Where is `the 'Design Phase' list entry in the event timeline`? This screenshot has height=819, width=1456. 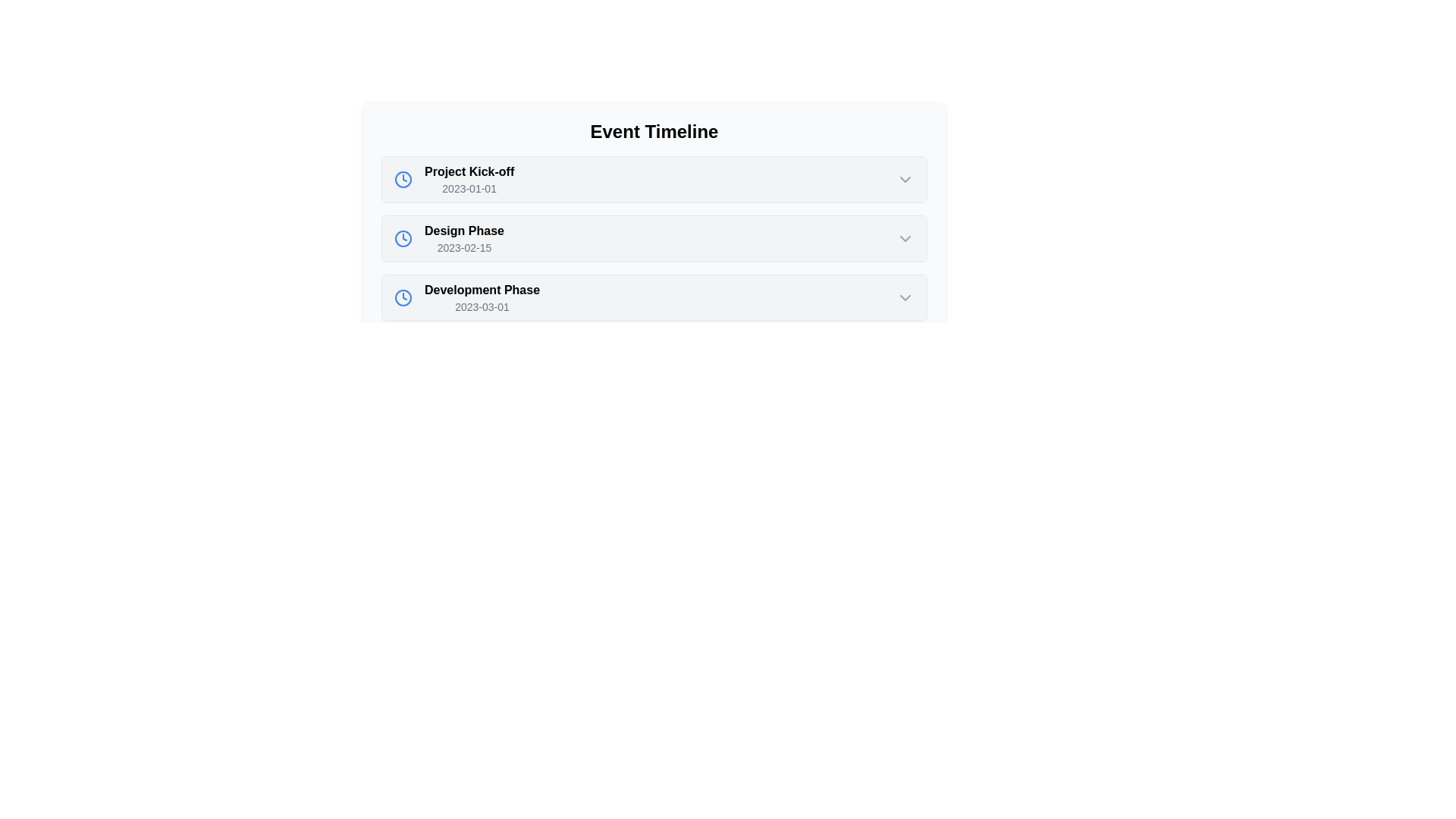 the 'Design Phase' list entry in the event timeline is located at coordinates (654, 239).